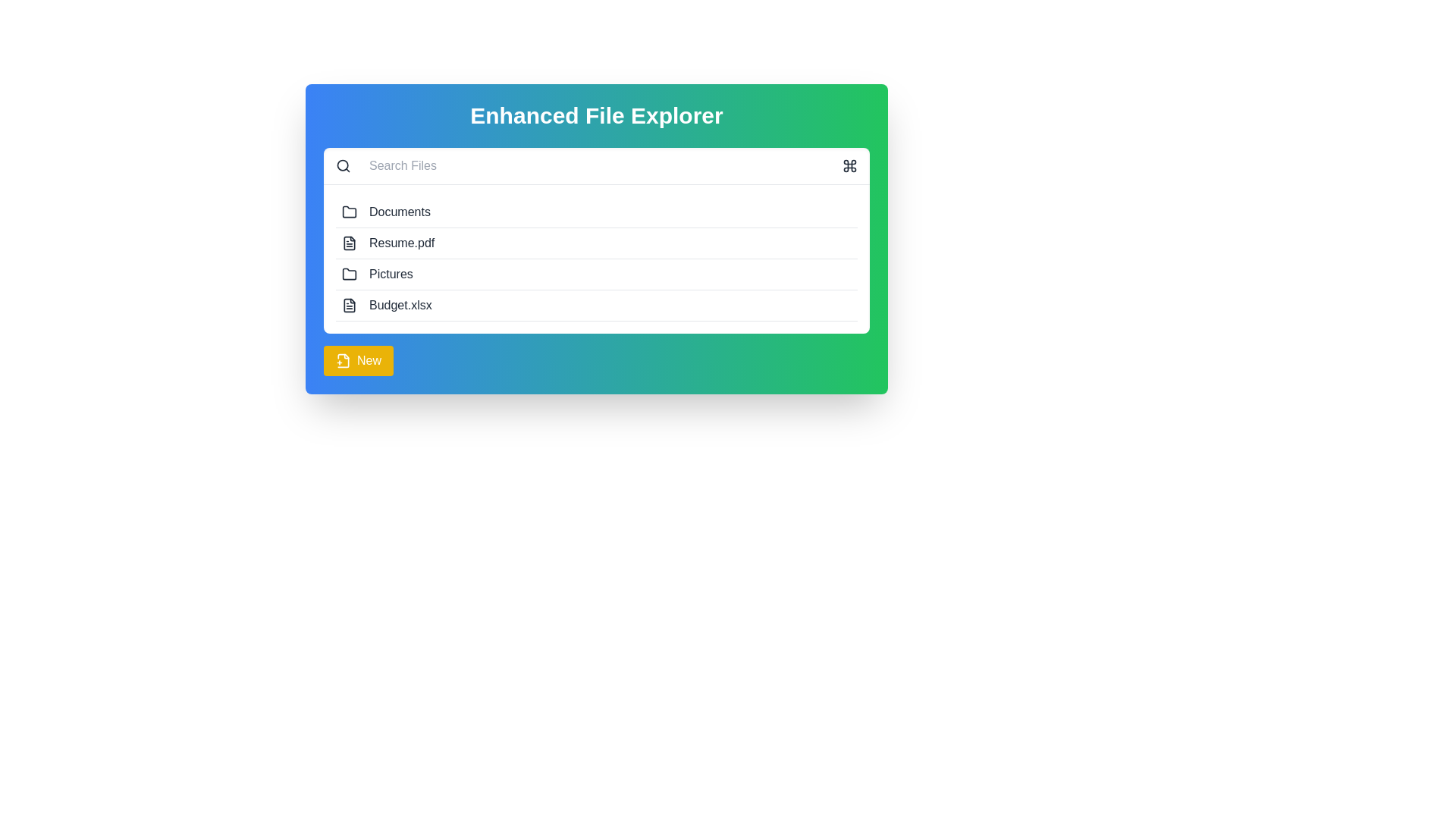 The height and width of the screenshot is (819, 1456). Describe the element at coordinates (358, 360) in the screenshot. I see `the interactive button located in the blue-to-green gradient box at the bottom left corner to create a new file` at that location.